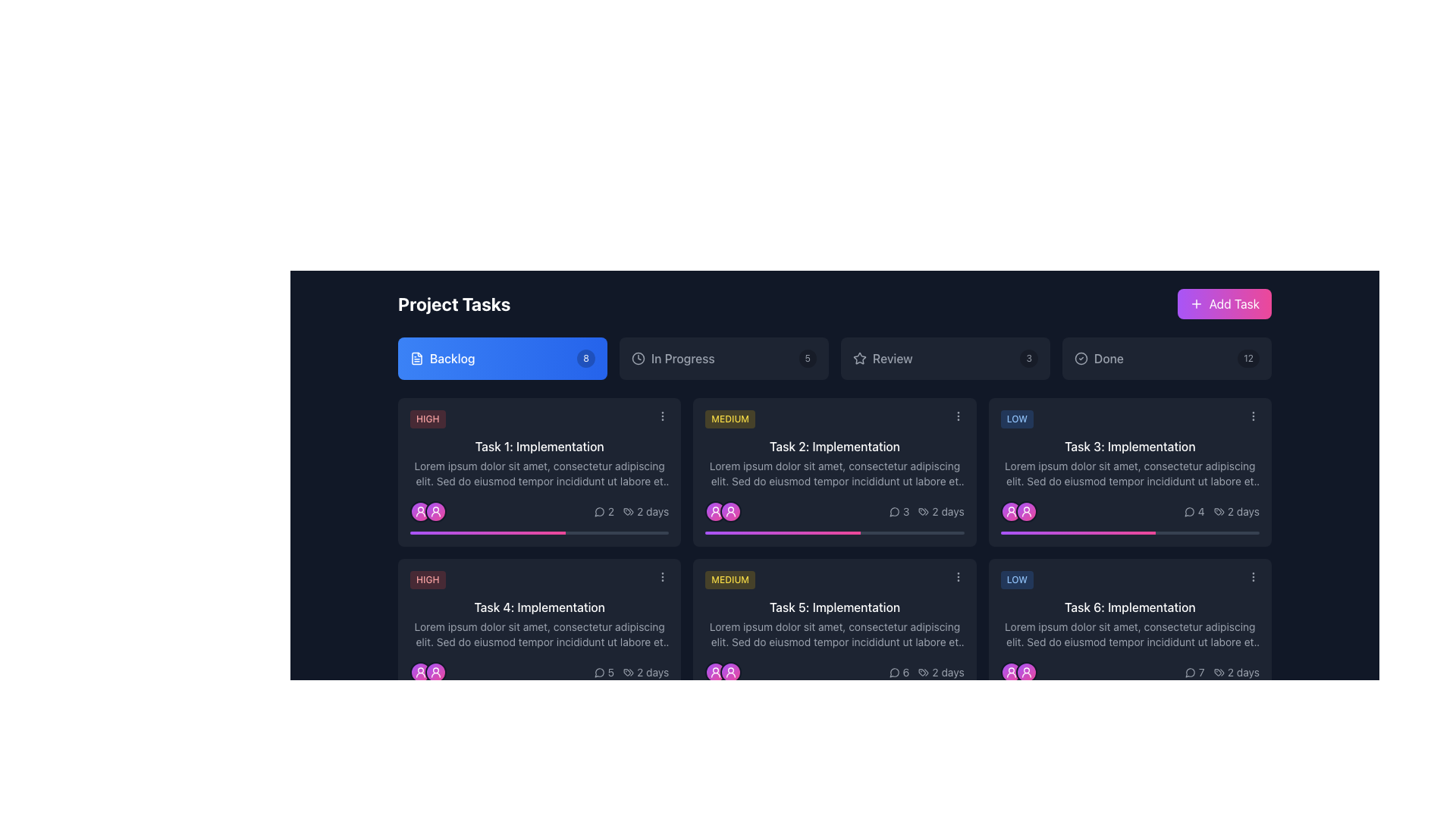  What do you see at coordinates (1099, 359) in the screenshot?
I see `the 'Done' label with a checkmark icon, which is styled in muted gray and positioned at the rightmost end of the categorized tabs` at bounding box center [1099, 359].